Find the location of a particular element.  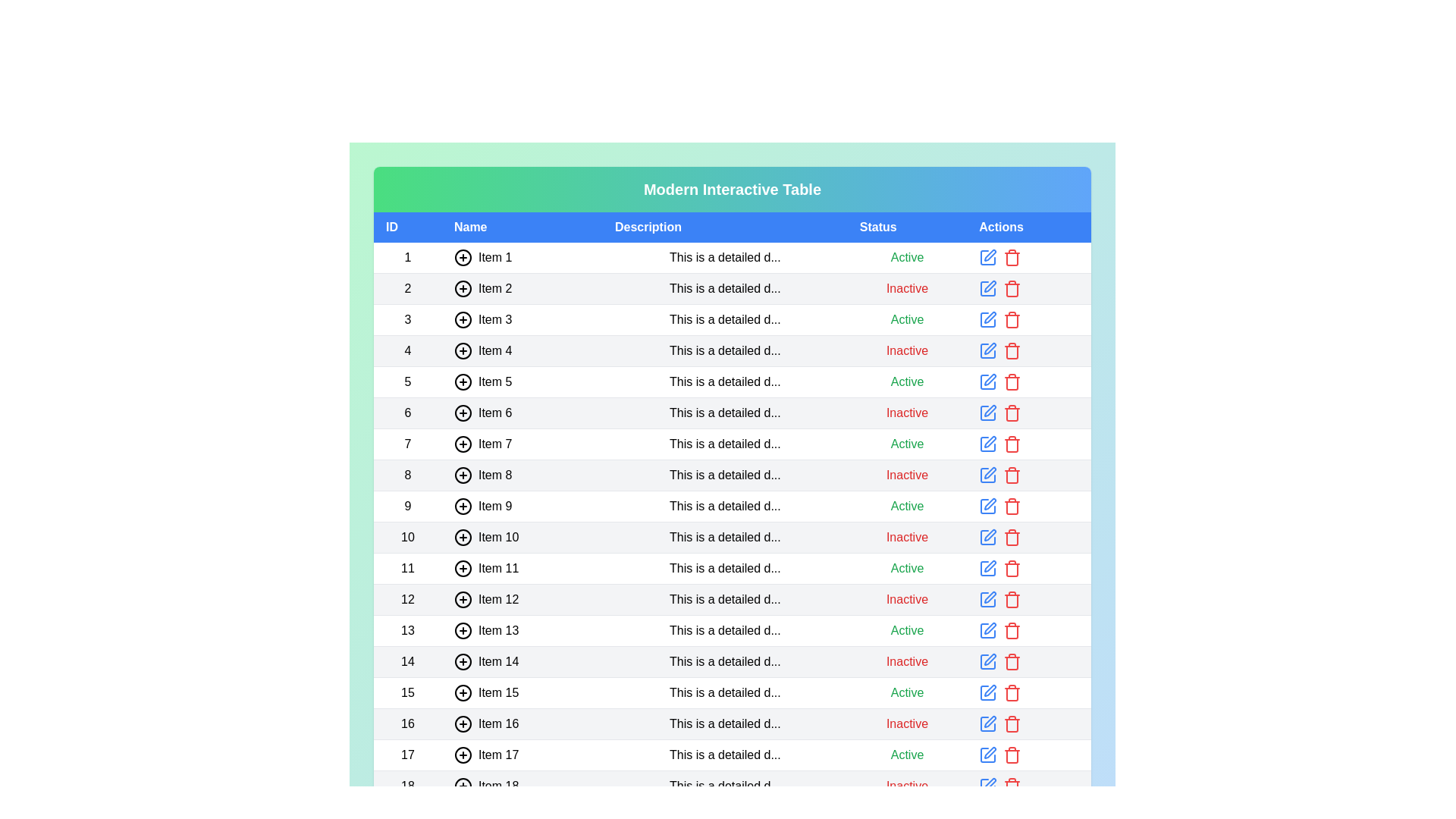

the header Description to sort the table by that column is located at coordinates (724, 227).